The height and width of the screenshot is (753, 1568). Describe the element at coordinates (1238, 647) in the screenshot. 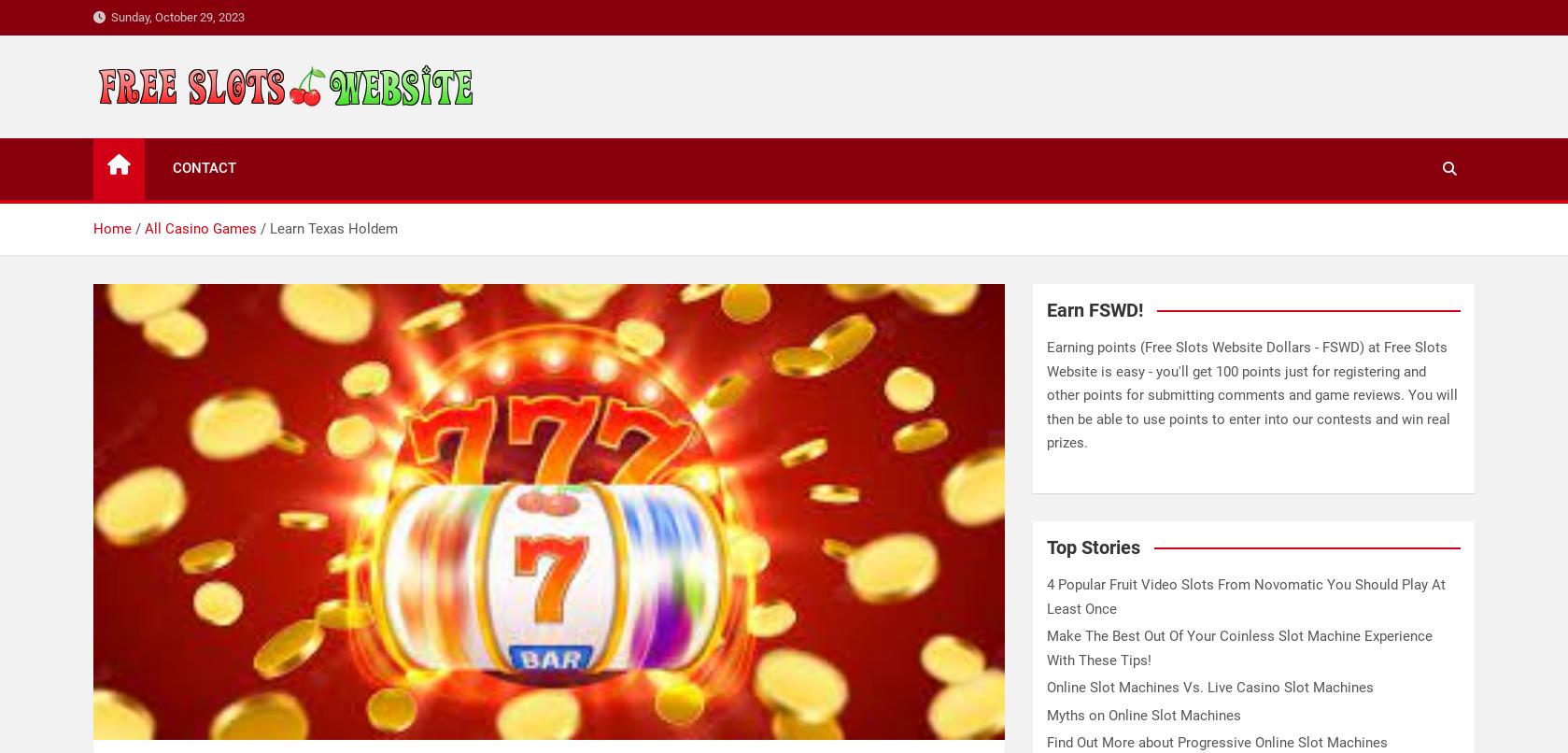

I see `'Make The Best Out Of Your Coinless Slot Machine Experience With These Tips!'` at that location.